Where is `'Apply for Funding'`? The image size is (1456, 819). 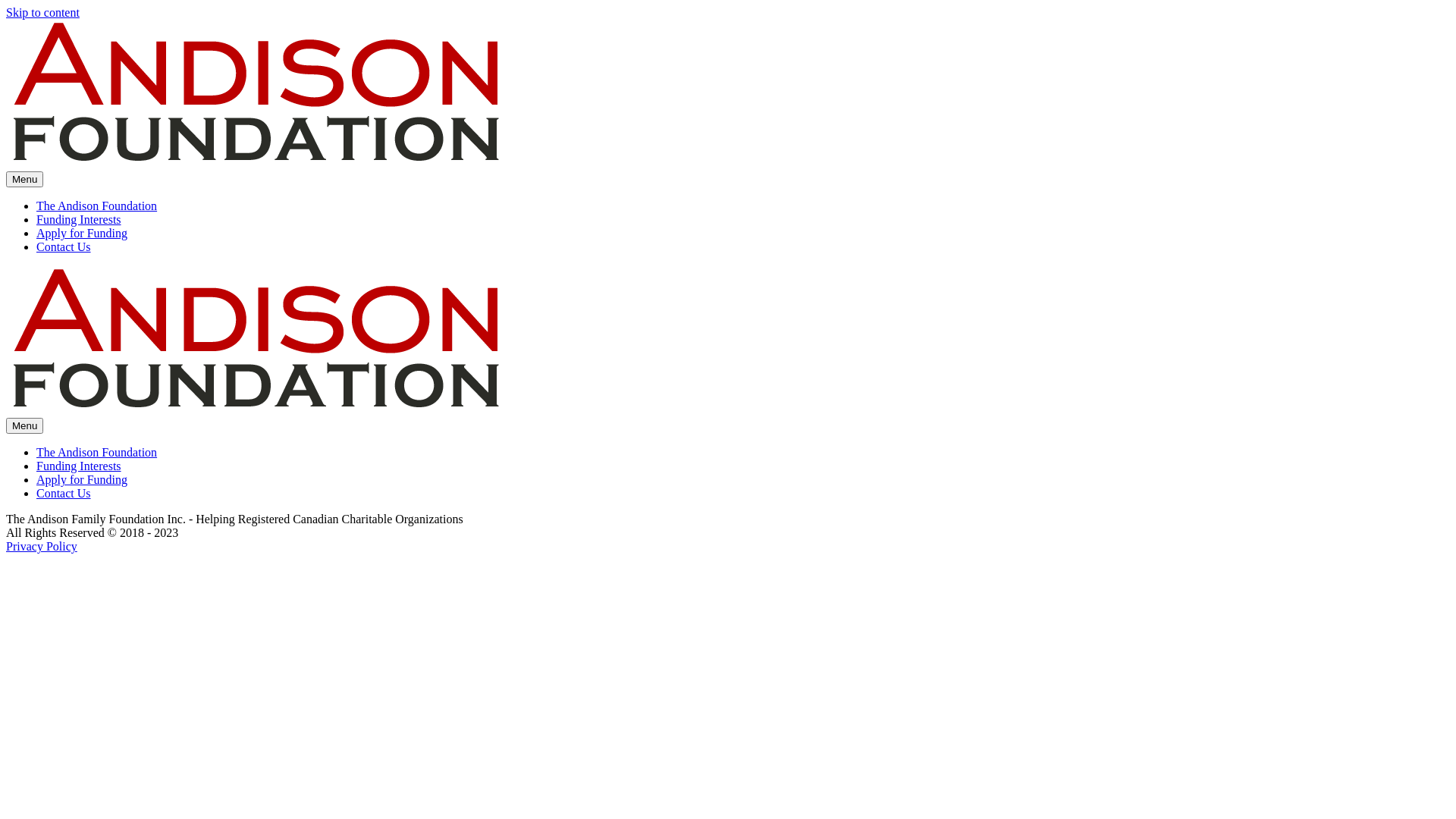
'Apply for Funding' is located at coordinates (36, 233).